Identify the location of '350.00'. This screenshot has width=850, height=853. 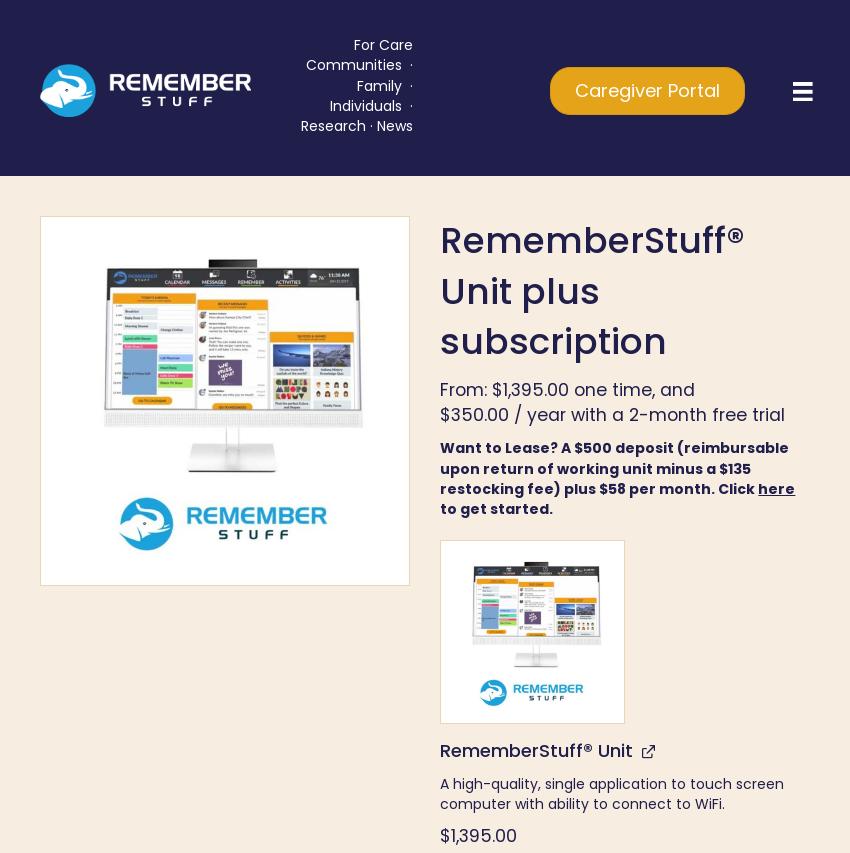
(479, 413).